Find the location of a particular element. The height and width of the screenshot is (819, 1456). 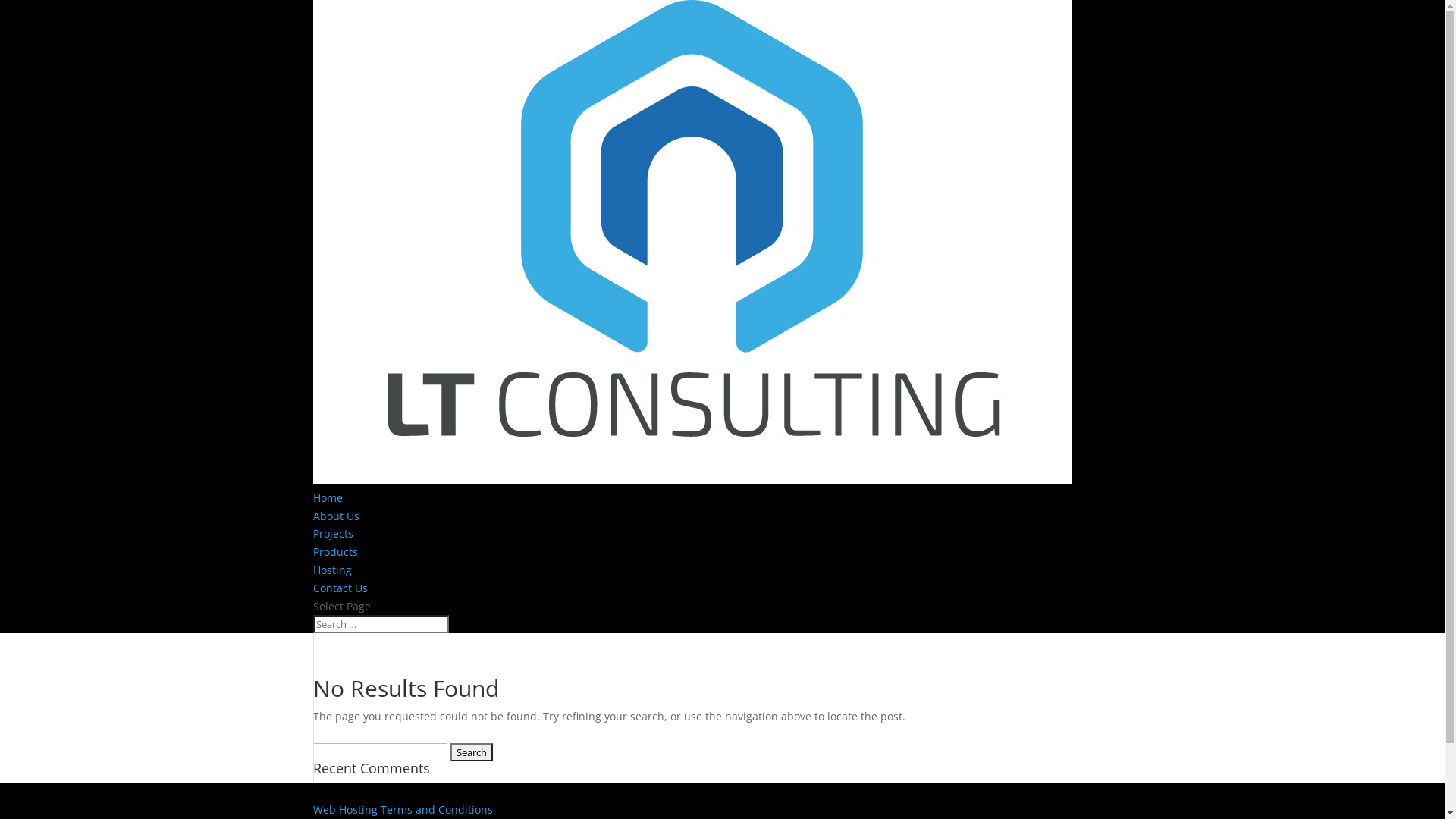

'Home' is located at coordinates (326, 497).